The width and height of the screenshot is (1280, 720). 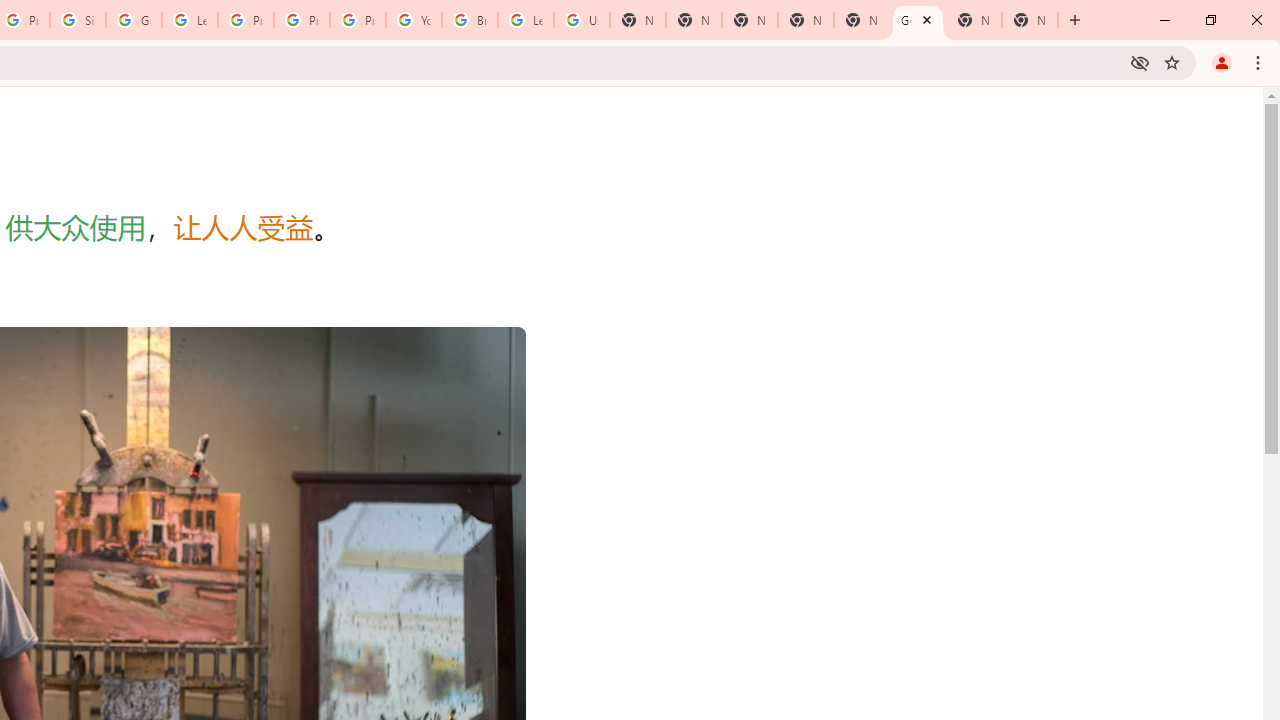 What do you see at coordinates (413, 20) in the screenshot?
I see `'YouTube'` at bounding box center [413, 20].